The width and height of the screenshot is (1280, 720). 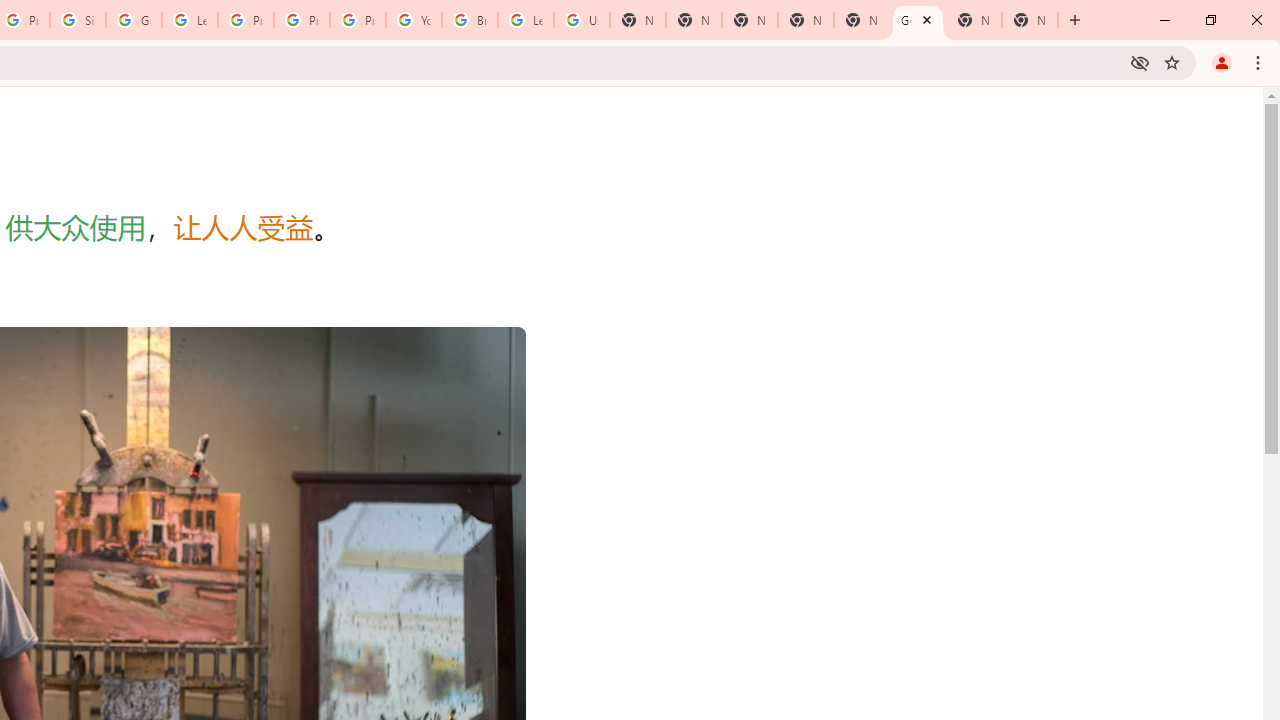 What do you see at coordinates (413, 20) in the screenshot?
I see `'YouTube'` at bounding box center [413, 20].